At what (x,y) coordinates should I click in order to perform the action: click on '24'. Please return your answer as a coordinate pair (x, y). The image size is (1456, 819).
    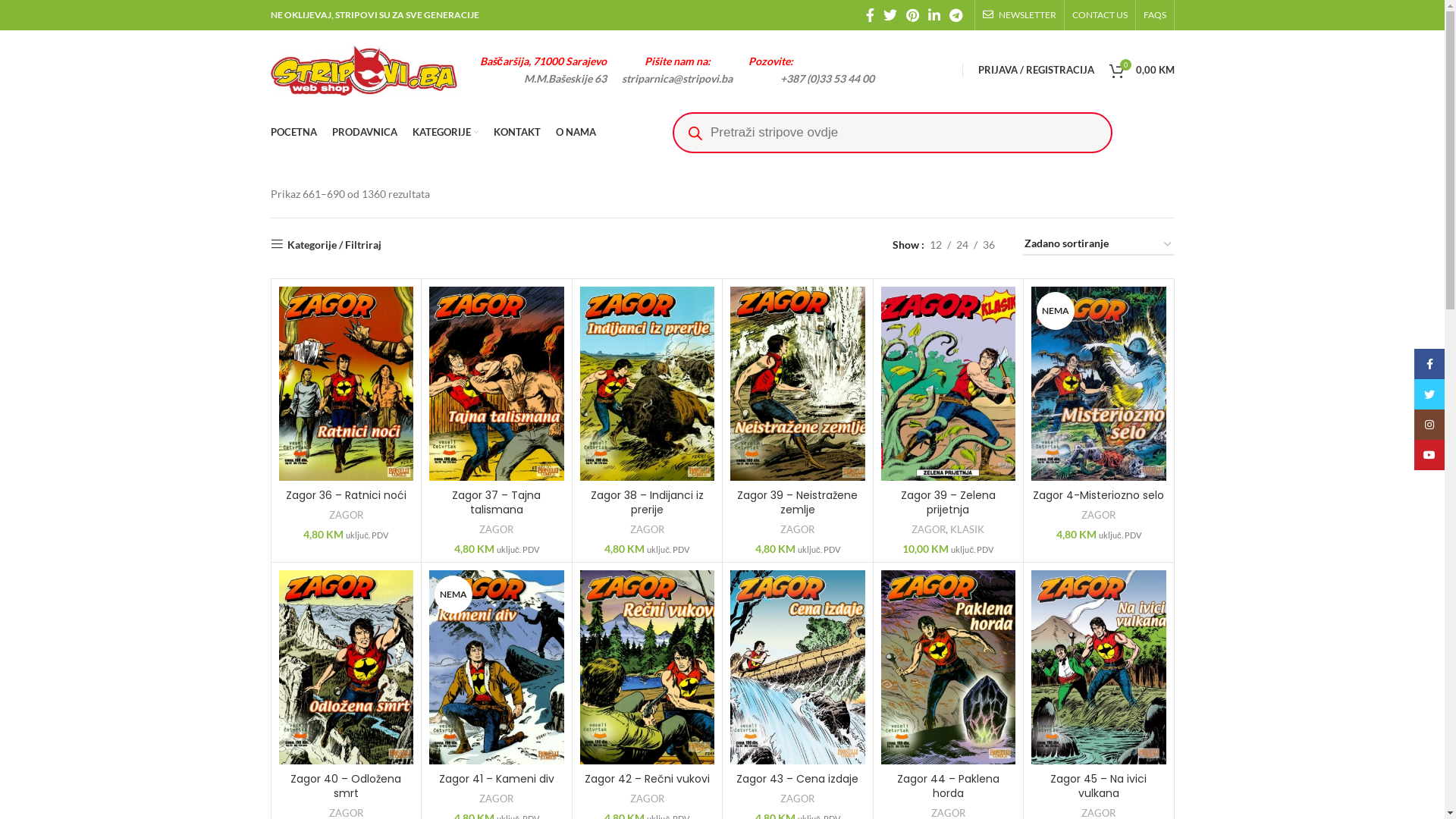
    Looking at the image, I should click on (961, 244).